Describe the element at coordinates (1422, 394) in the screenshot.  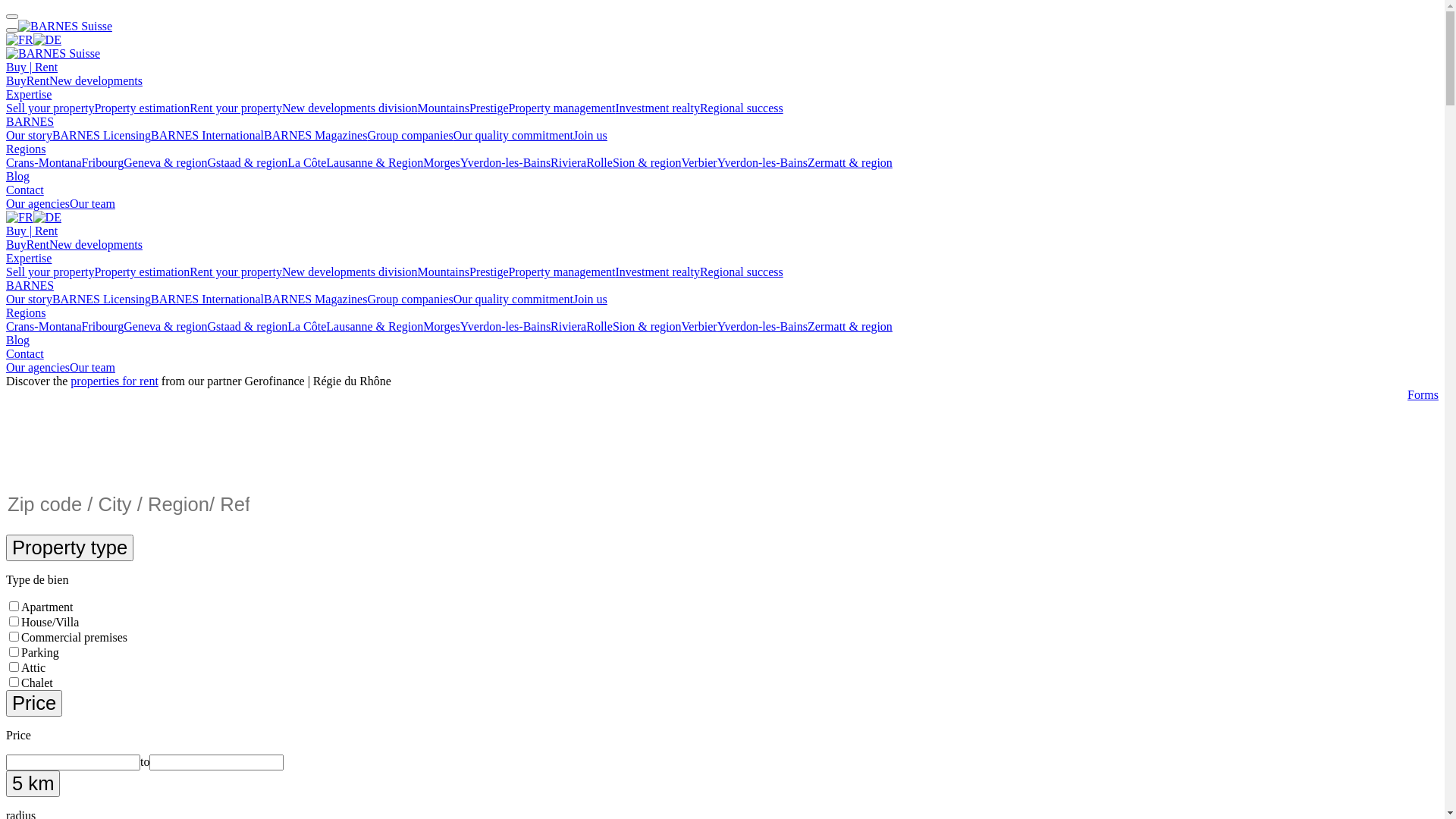
I see `'Forms'` at that location.